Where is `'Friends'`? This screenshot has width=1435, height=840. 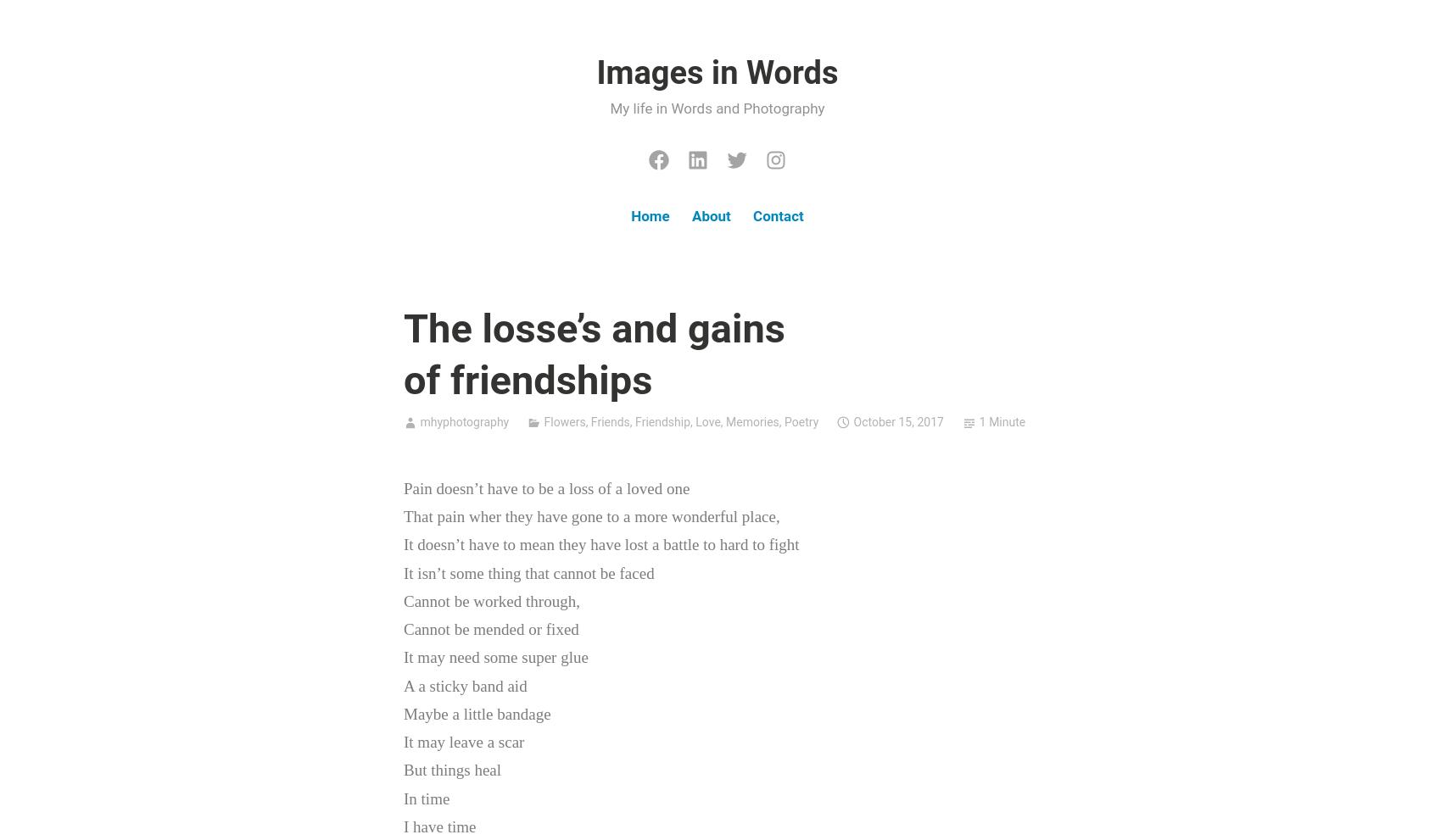
'Friends' is located at coordinates (608, 421).